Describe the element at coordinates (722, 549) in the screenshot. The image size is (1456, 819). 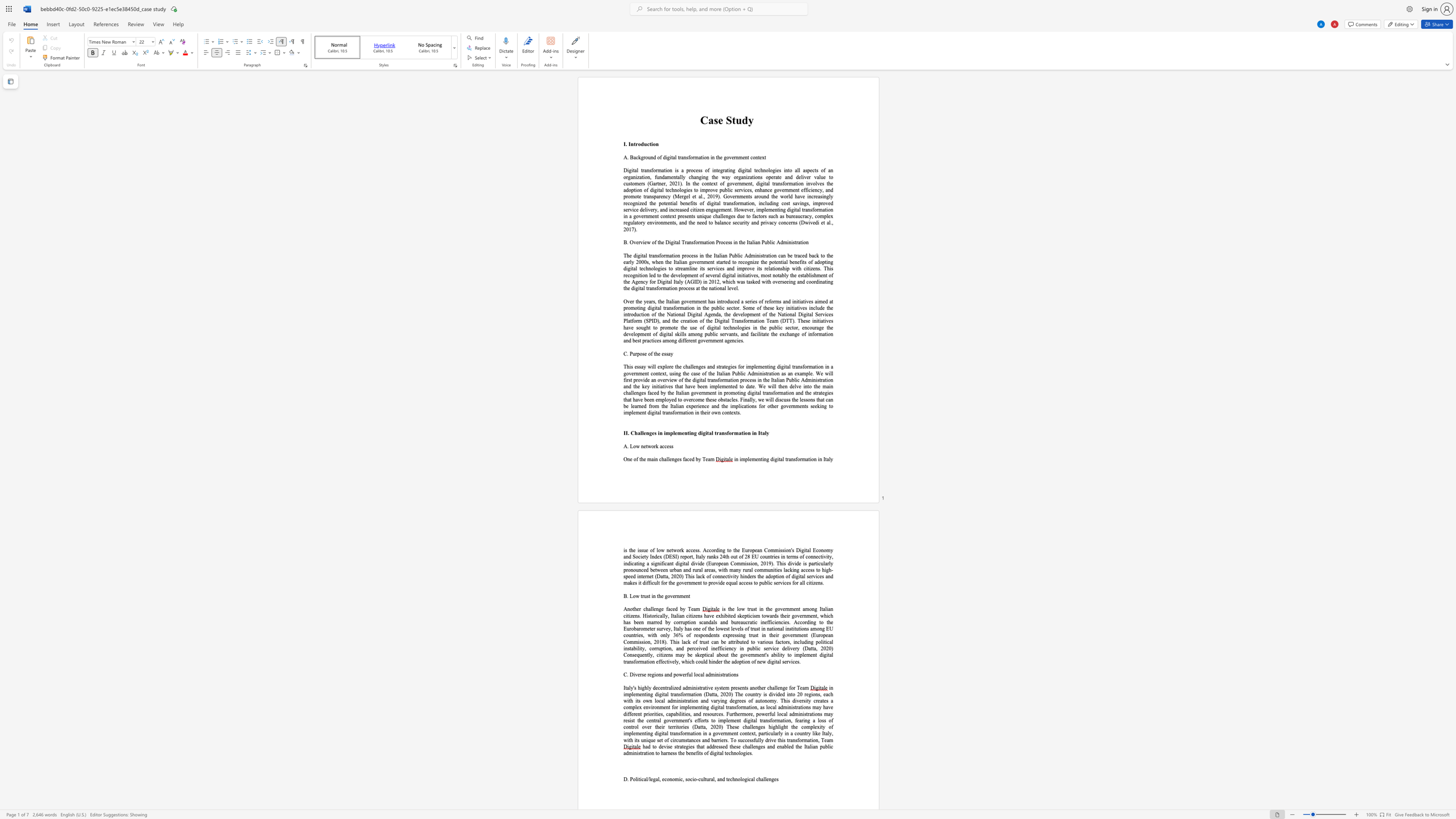
I see `the subset text "g to the European Commission" within the text "is the issue of low network access. According to the European Commission"` at that location.